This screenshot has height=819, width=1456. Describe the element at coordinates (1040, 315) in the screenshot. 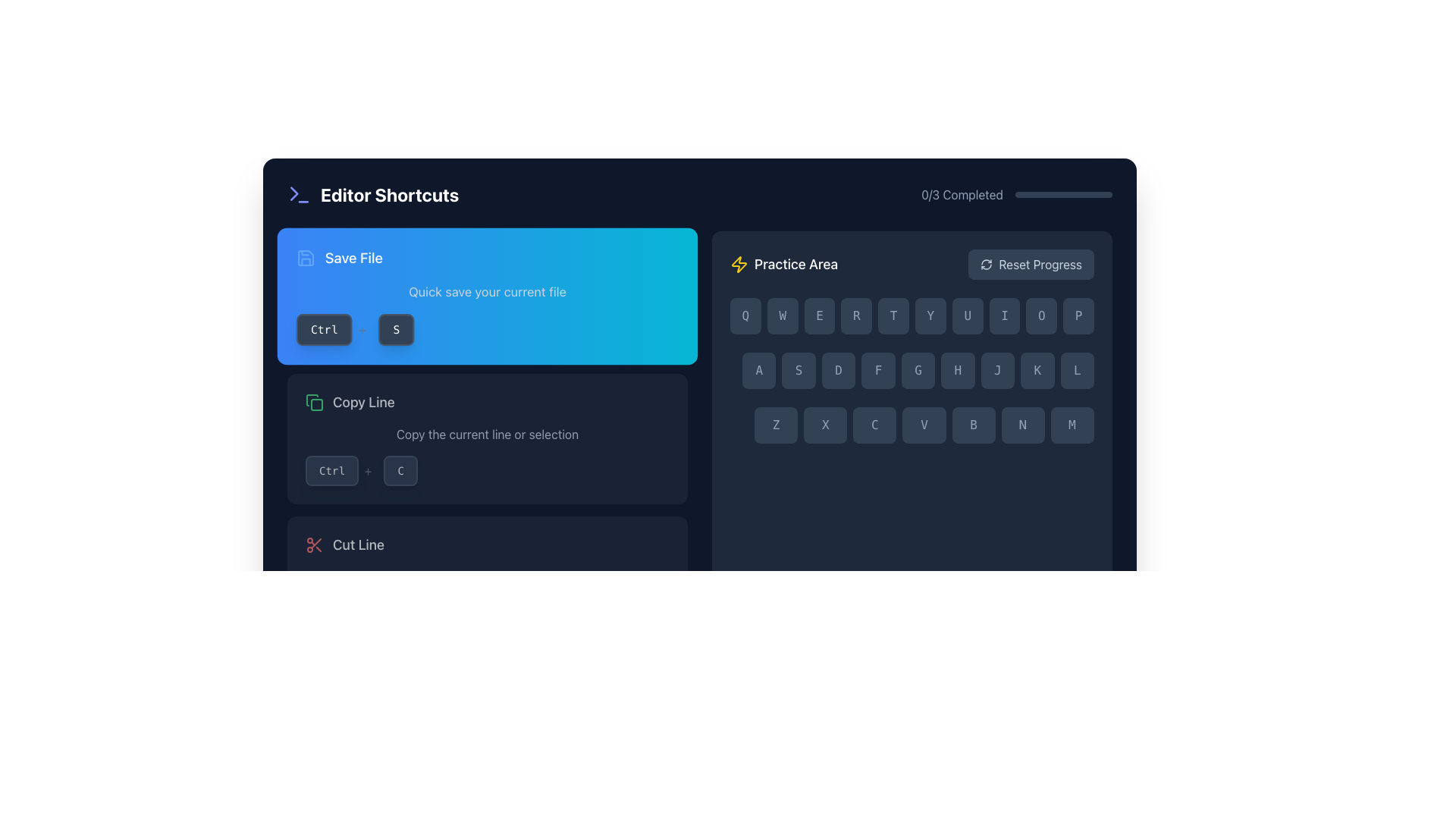

I see `the virtual keyboard key for the letter 'O', which is the ninth key in the first row, located between the 'I' and 'P' keys` at that location.